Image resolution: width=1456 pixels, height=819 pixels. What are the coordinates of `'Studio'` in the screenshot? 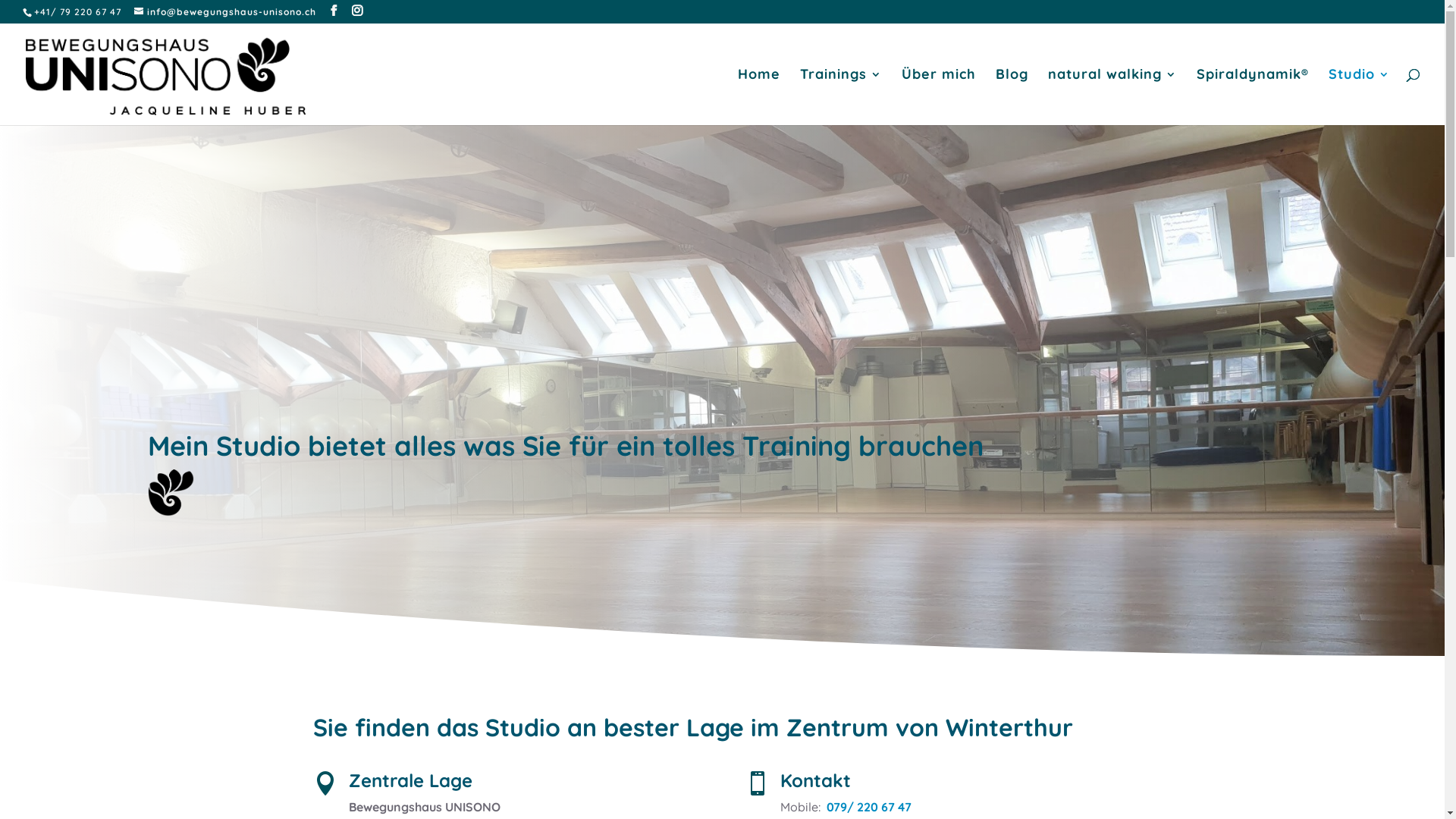 It's located at (1359, 96).